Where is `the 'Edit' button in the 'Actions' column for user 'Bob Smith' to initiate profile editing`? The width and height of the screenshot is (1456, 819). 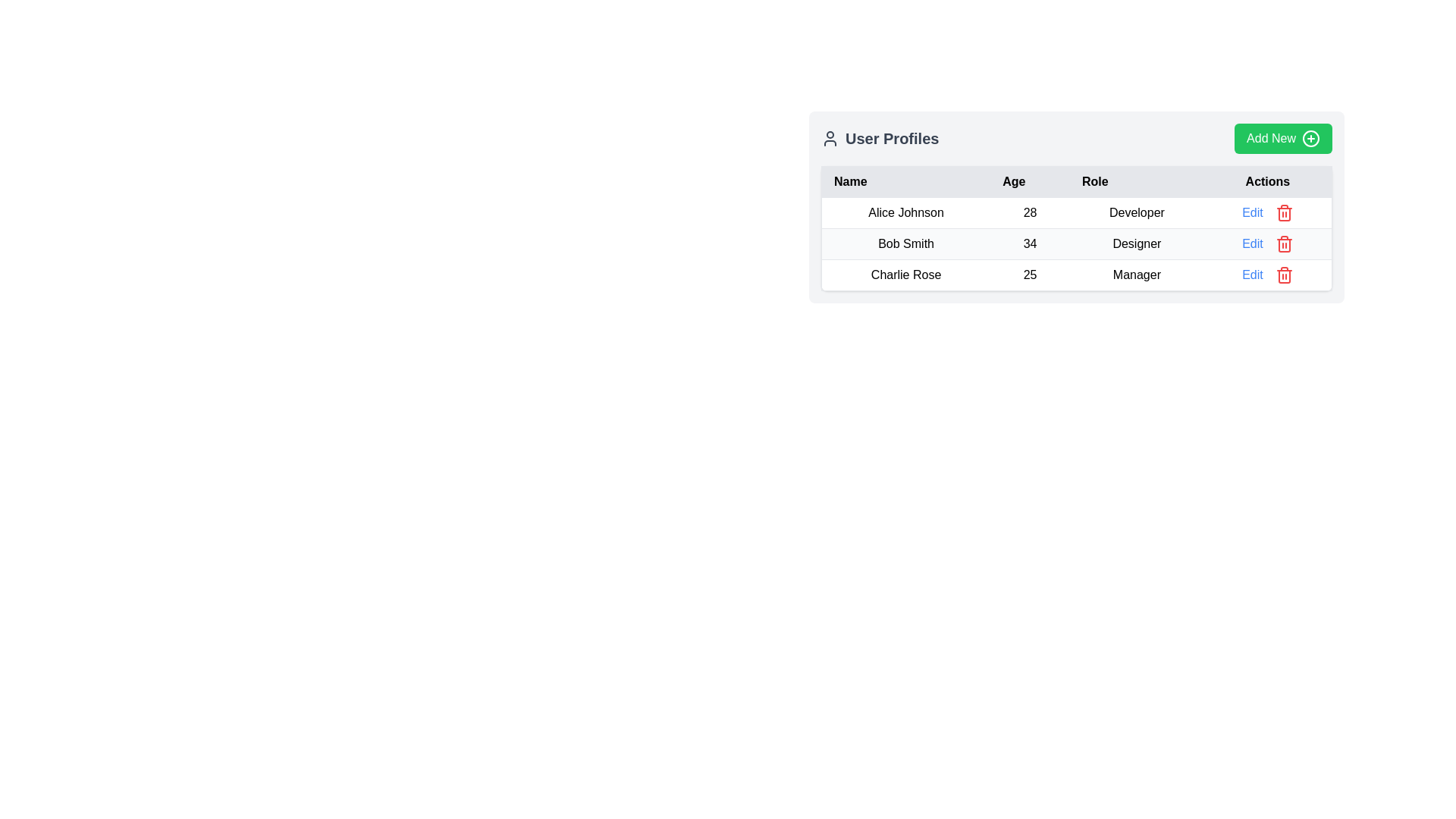
the 'Edit' button in the 'Actions' column for user 'Bob Smith' to initiate profile editing is located at coordinates (1267, 243).